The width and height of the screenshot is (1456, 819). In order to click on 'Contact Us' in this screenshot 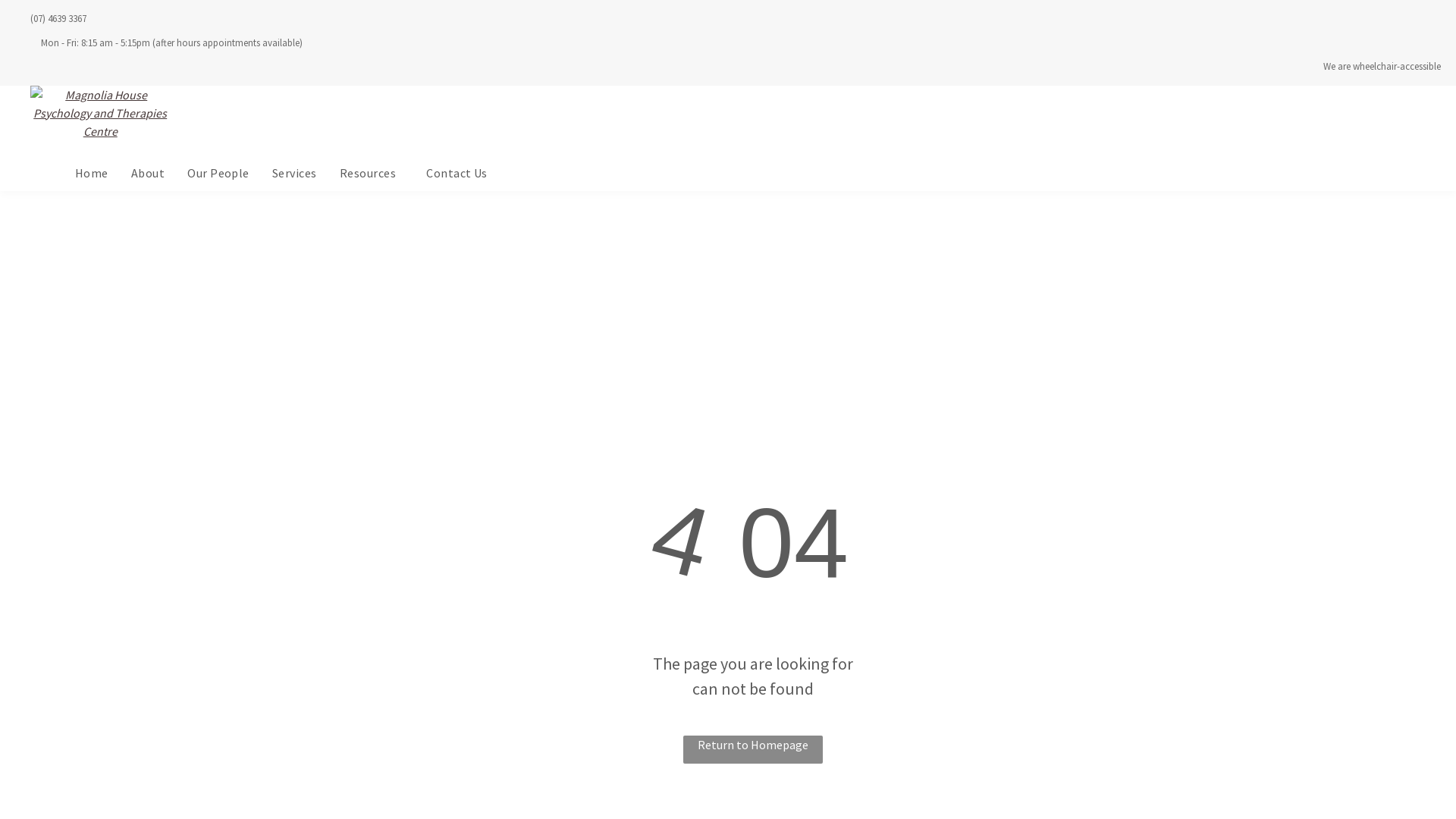, I will do `click(456, 171)`.